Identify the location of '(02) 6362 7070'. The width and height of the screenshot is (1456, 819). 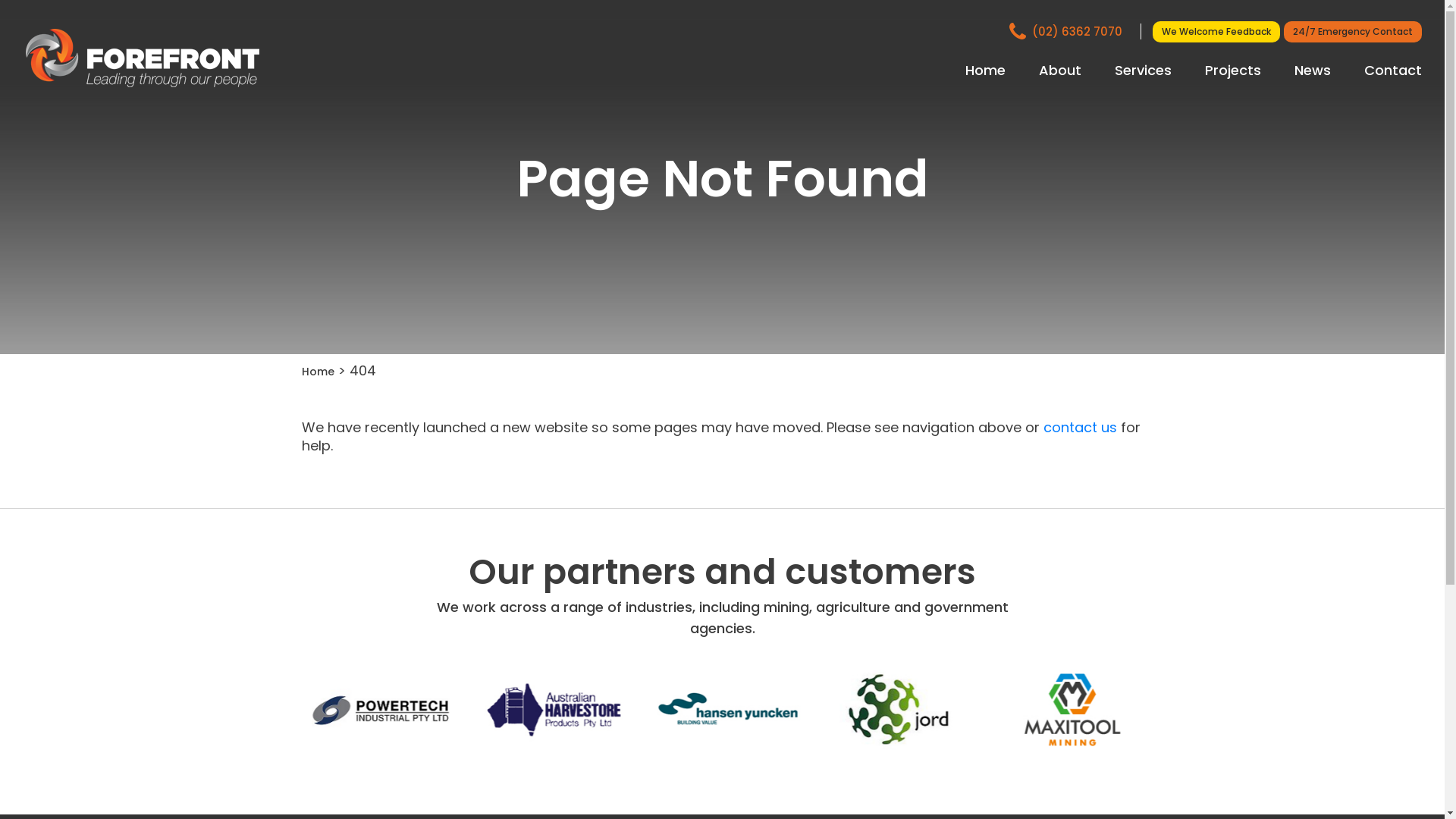
(1009, 31).